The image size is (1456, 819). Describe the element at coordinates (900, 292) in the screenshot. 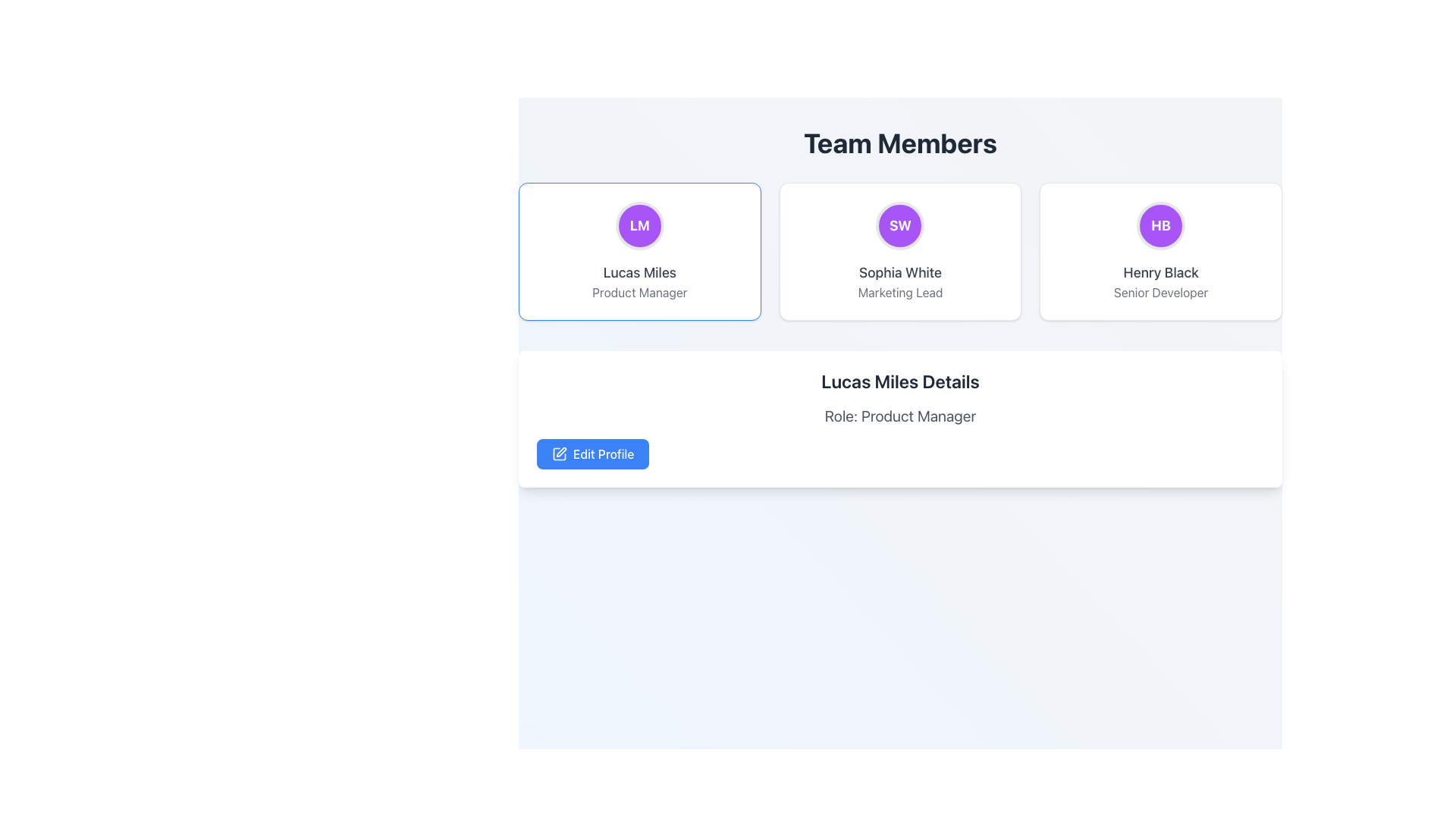

I see `the text label displaying 'Marketing Lead' which is styled in a small, gray font and located below 'Sophia White' in the middle card of the 'Team Members' section` at that location.